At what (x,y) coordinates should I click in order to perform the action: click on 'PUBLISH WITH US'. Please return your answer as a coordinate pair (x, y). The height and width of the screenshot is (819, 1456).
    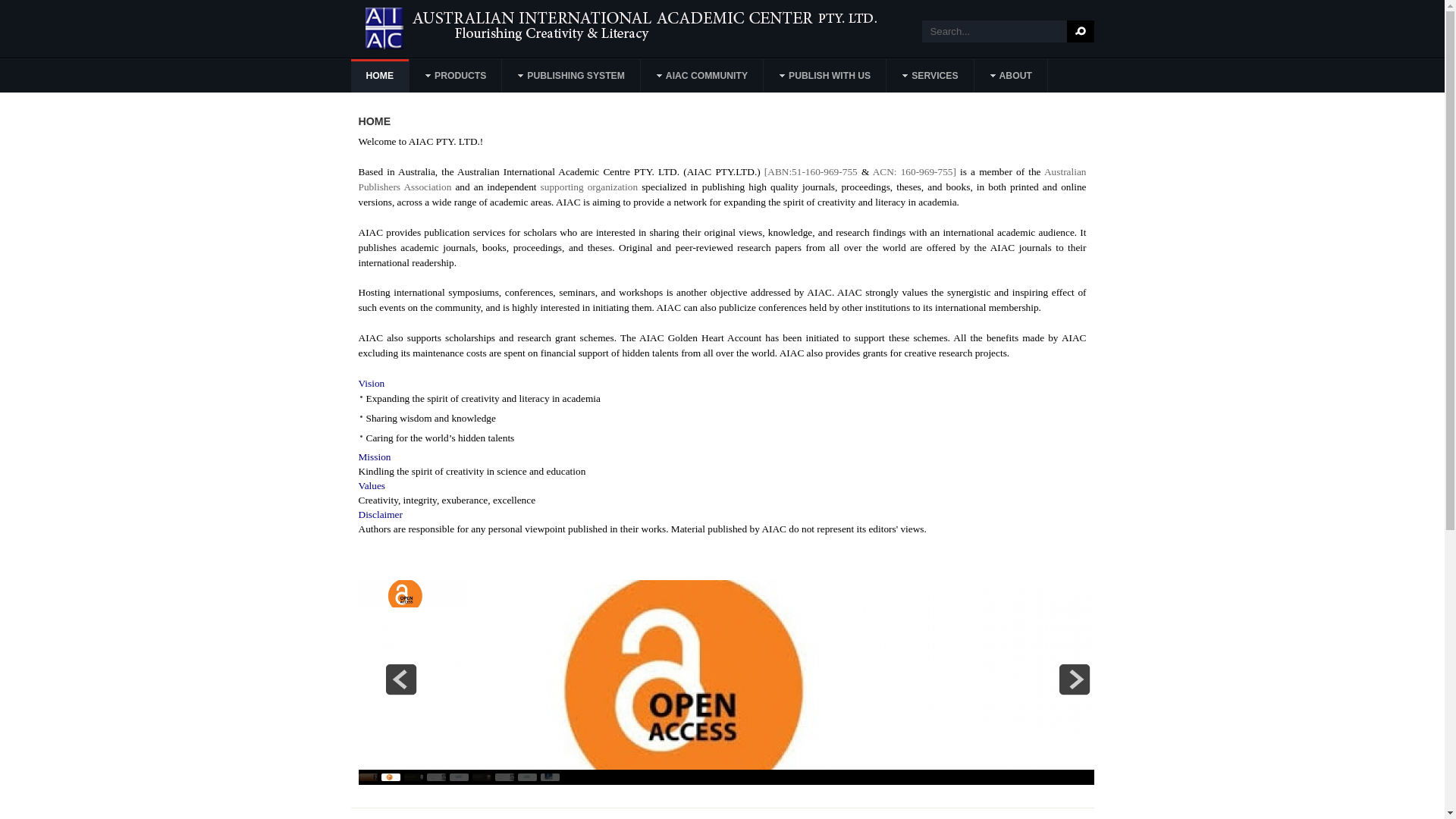
    Looking at the image, I should click on (824, 76).